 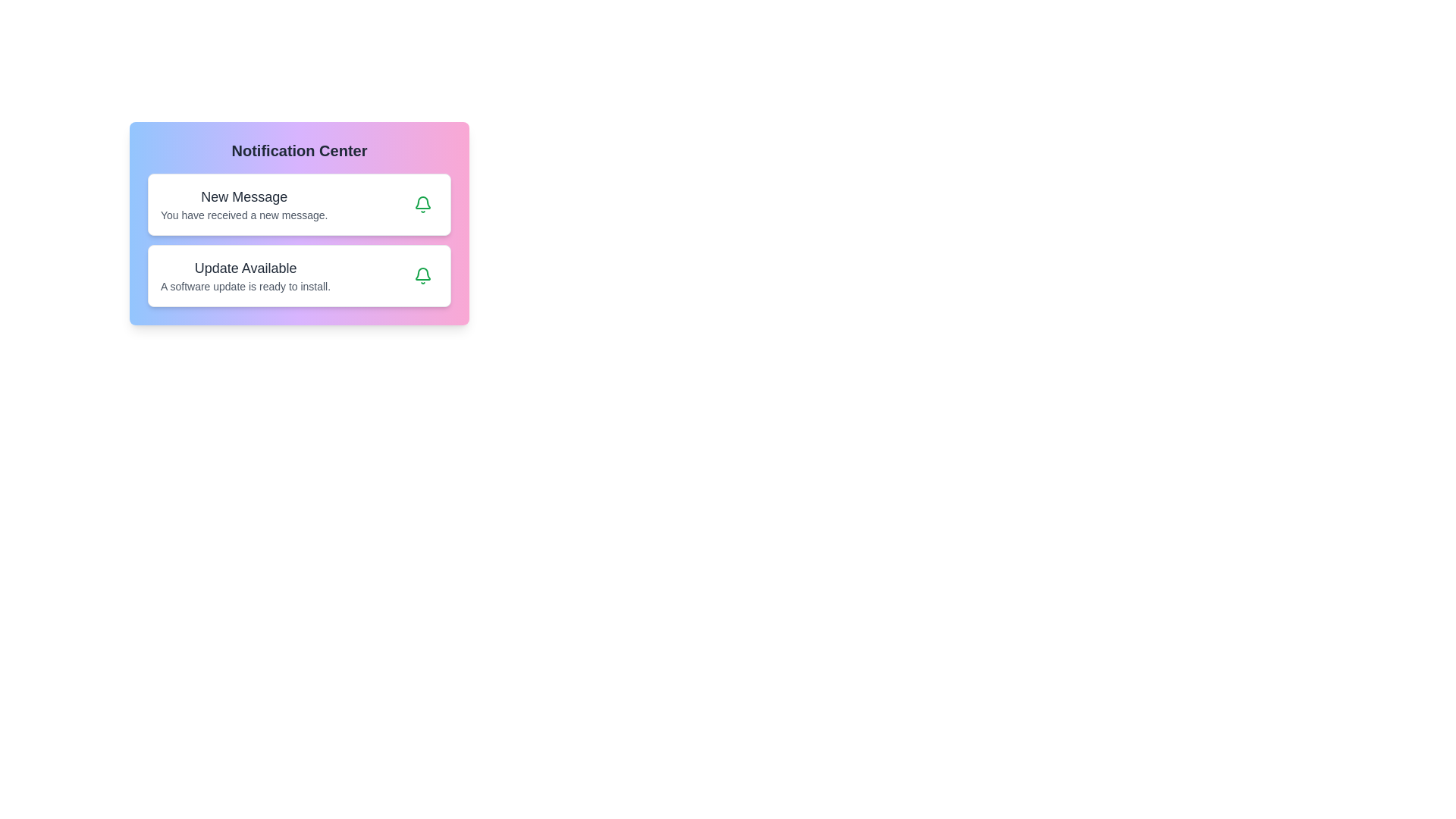 What do you see at coordinates (422, 275) in the screenshot?
I see `the circular green bell icon button located in the notification card labeled 'Update Available'` at bounding box center [422, 275].